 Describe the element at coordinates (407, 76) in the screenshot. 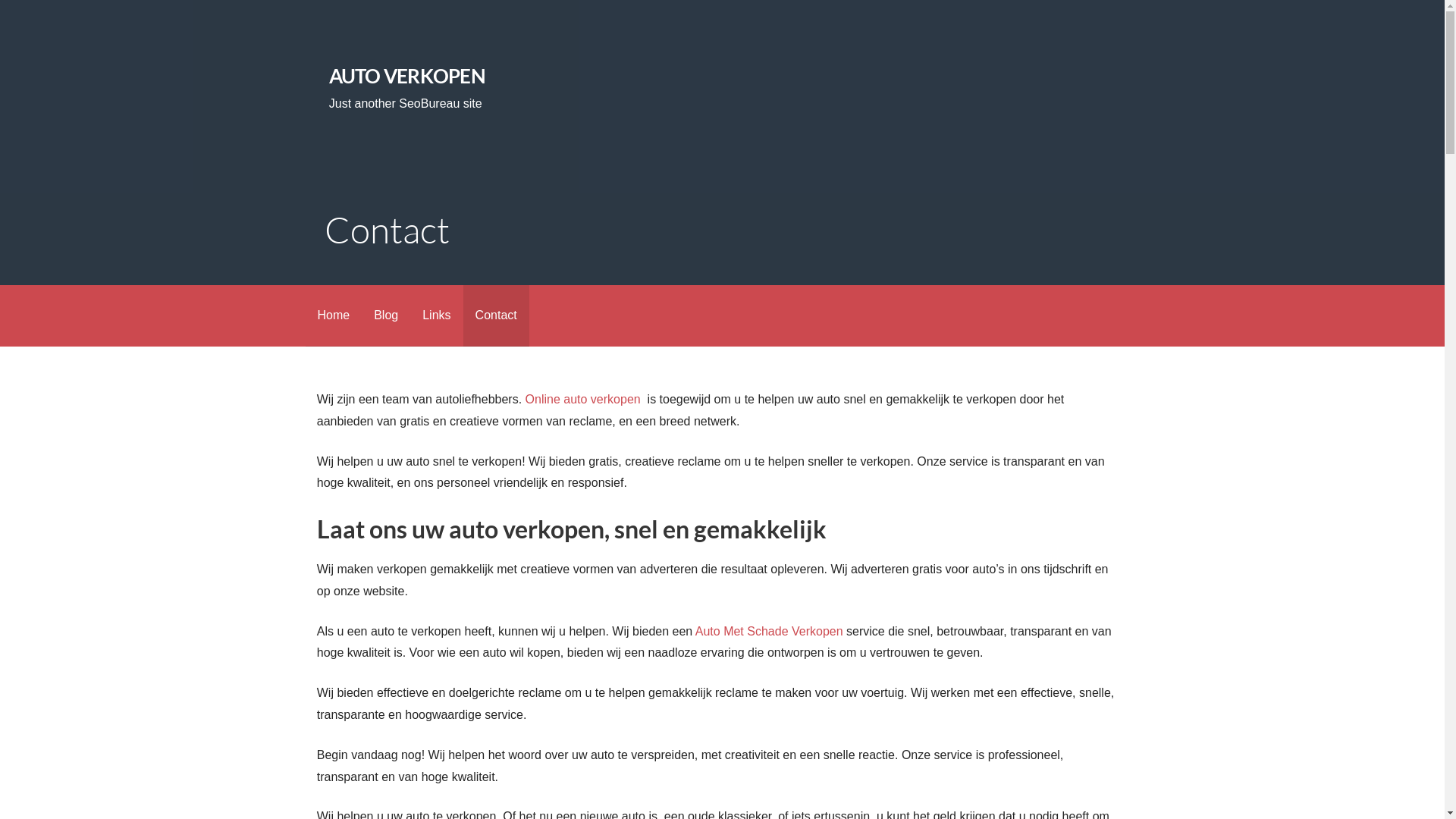

I see `'AUTO VERKOPEN'` at that location.